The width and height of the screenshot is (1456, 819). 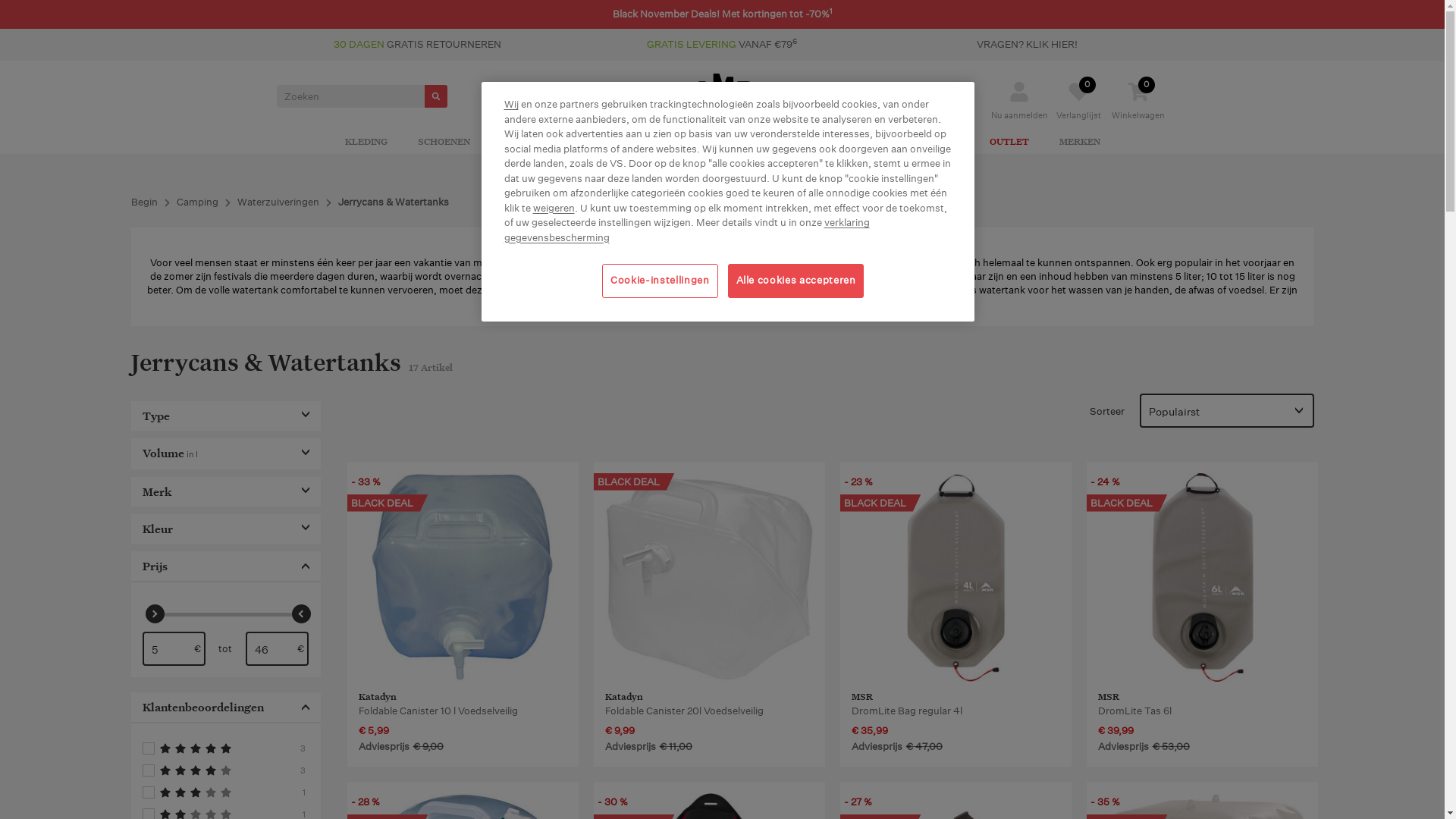 What do you see at coordinates (224, 770) in the screenshot?
I see `'Filtert naar 4'` at bounding box center [224, 770].